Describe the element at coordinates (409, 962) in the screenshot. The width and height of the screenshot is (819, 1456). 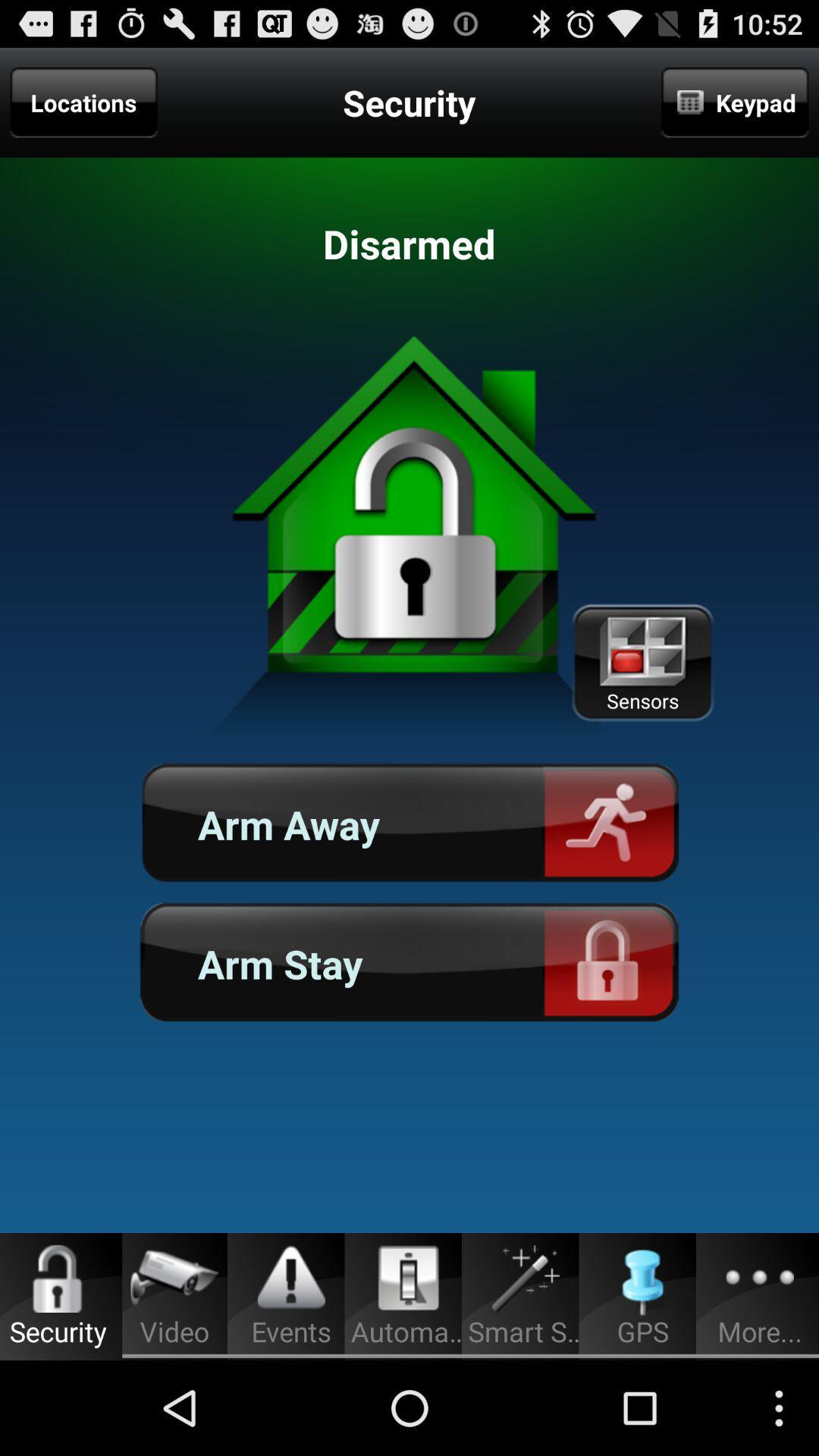
I see `the arm stay icon` at that location.